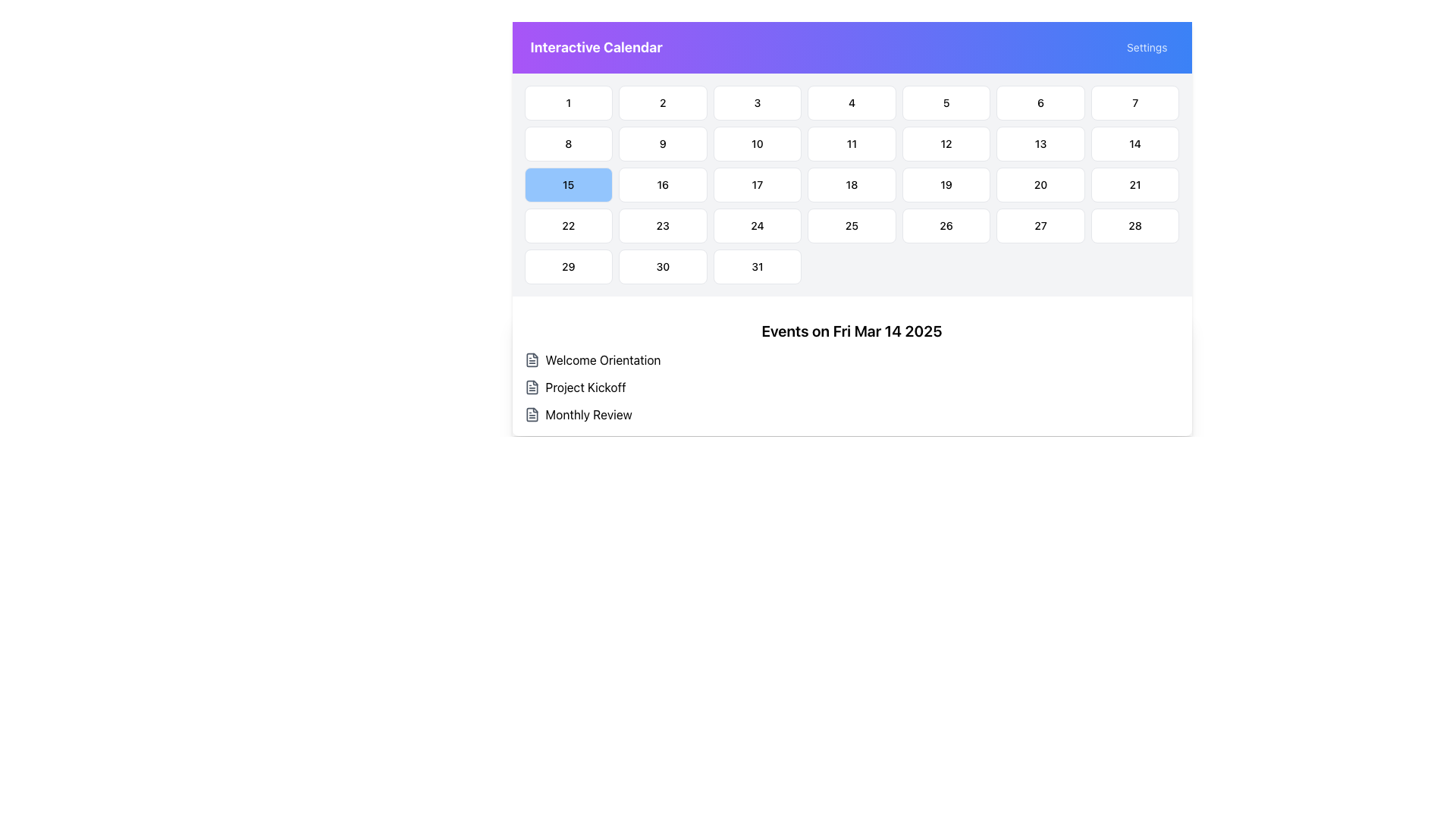 The height and width of the screenshot is (819, 1456). Describe the element at coordinates (1135, 102) in the screenshot. I see `the calendar date cell displaying the number '7'` at that location.